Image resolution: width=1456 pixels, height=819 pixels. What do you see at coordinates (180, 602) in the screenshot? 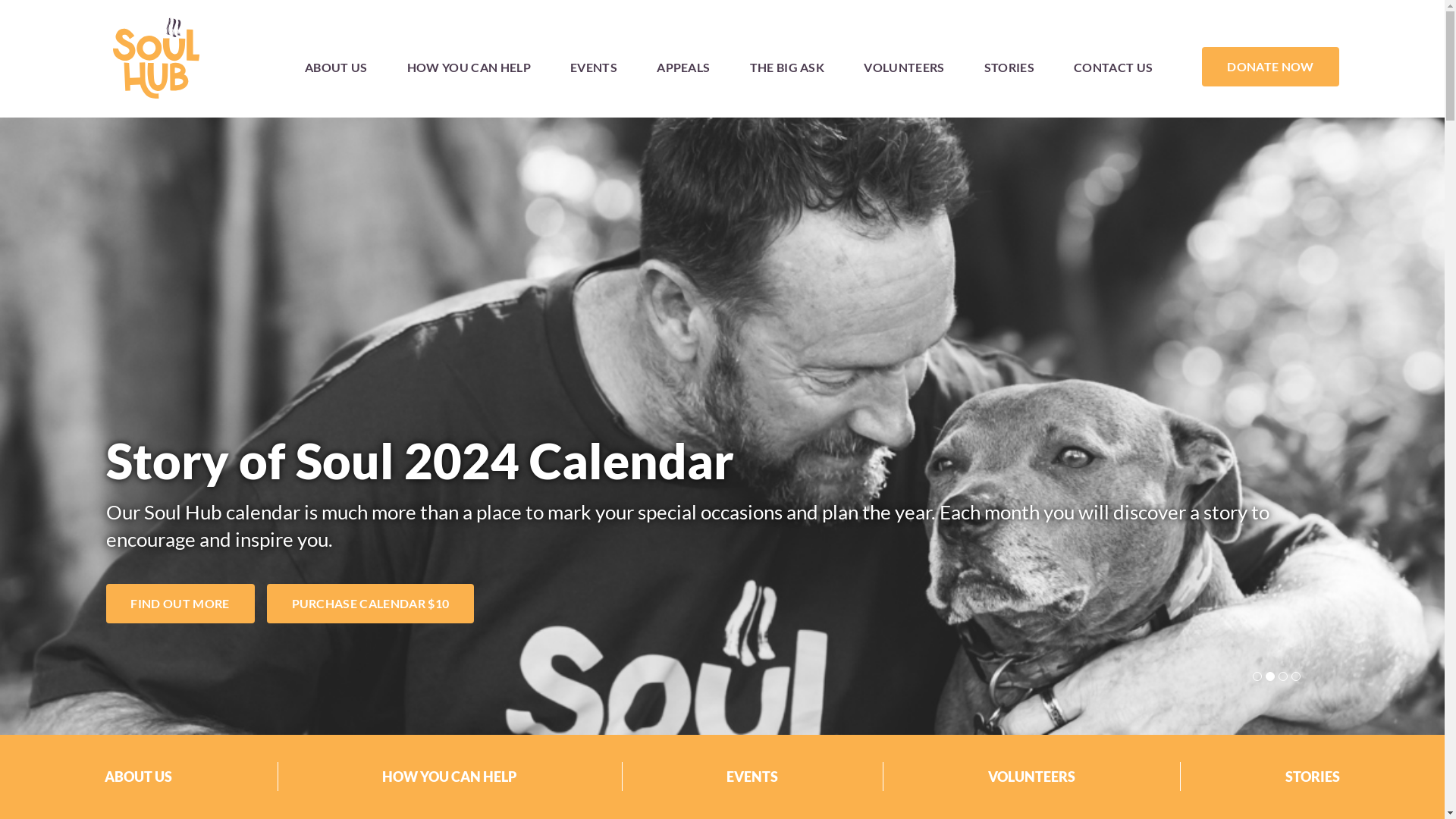
I see `'FIND OUT MORE'` at bounding box center [180, 602].